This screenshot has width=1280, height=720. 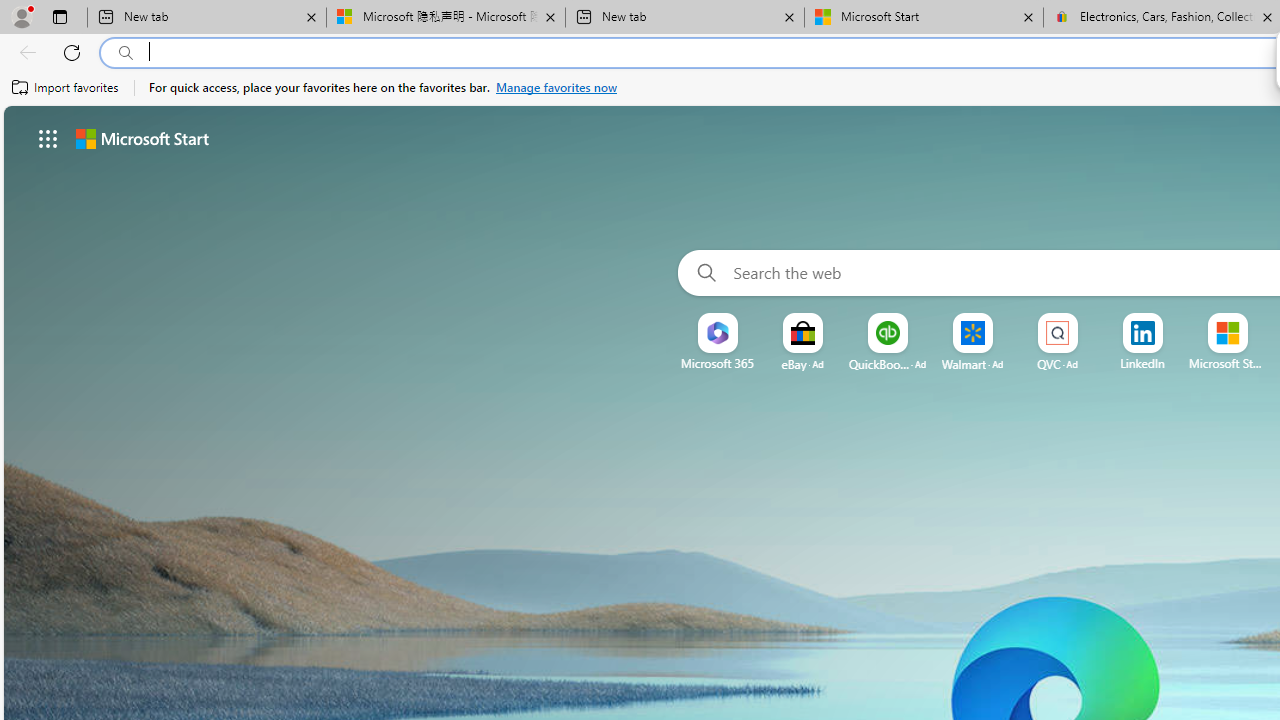 What do you see at coordinates (65, 87) in the screenshot?
I see `'Import favorites'` at bounding box center [65, 87].